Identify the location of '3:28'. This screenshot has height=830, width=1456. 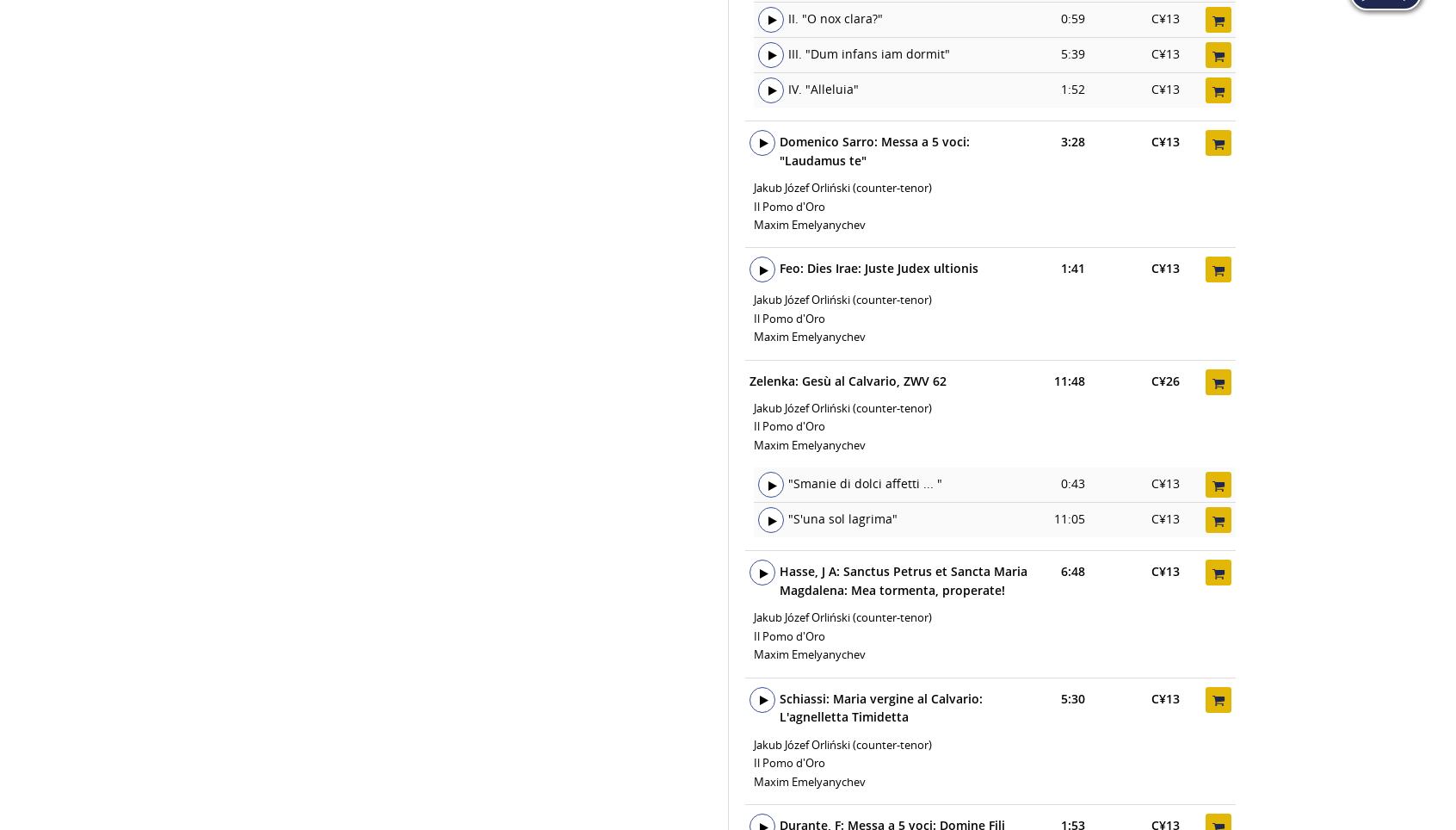
(1059, 139).